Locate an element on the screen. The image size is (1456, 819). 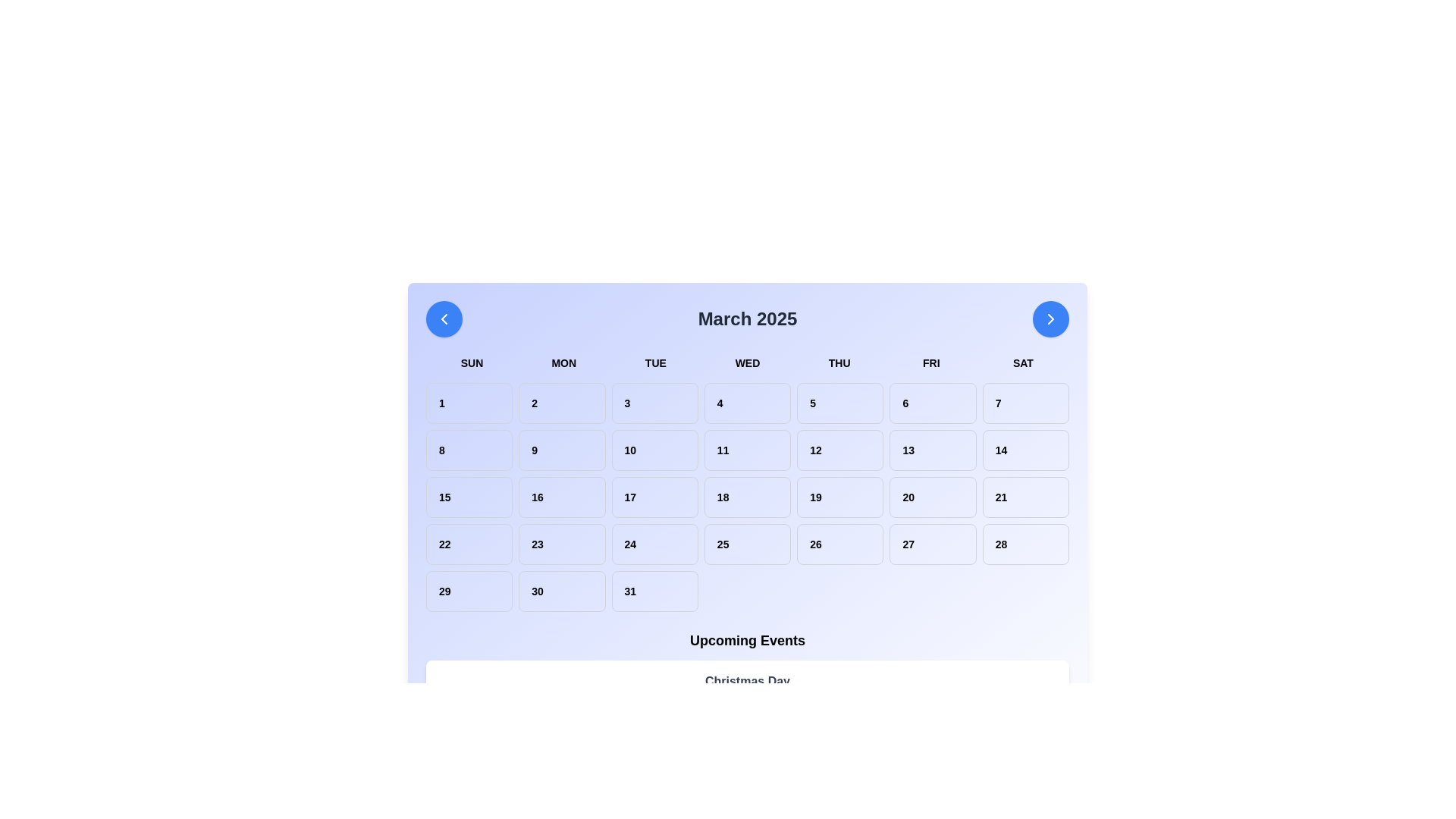
the button representing the 8th day of the month is located at coordinates (469, 450).